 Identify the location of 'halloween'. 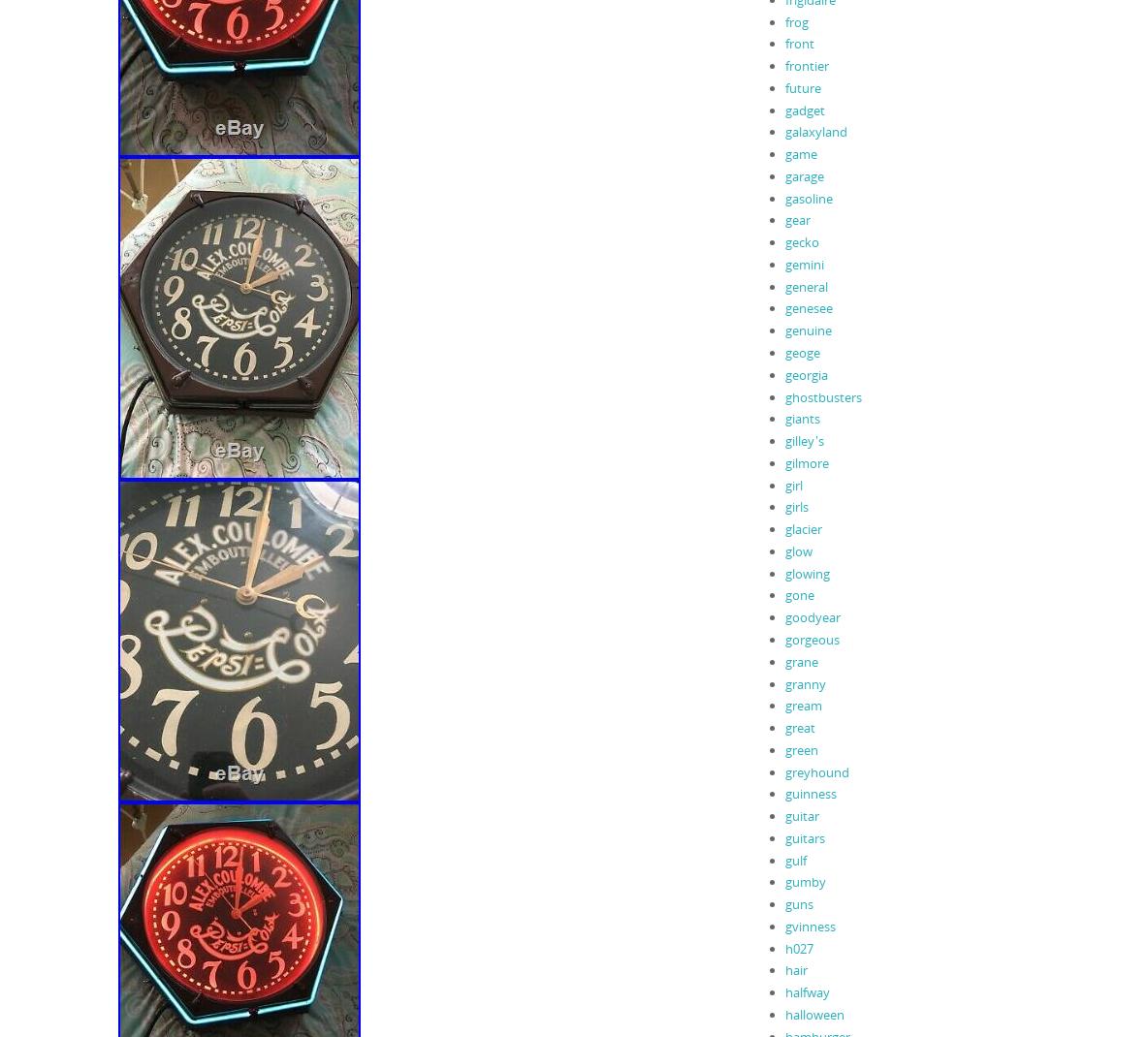
(813, 1014).